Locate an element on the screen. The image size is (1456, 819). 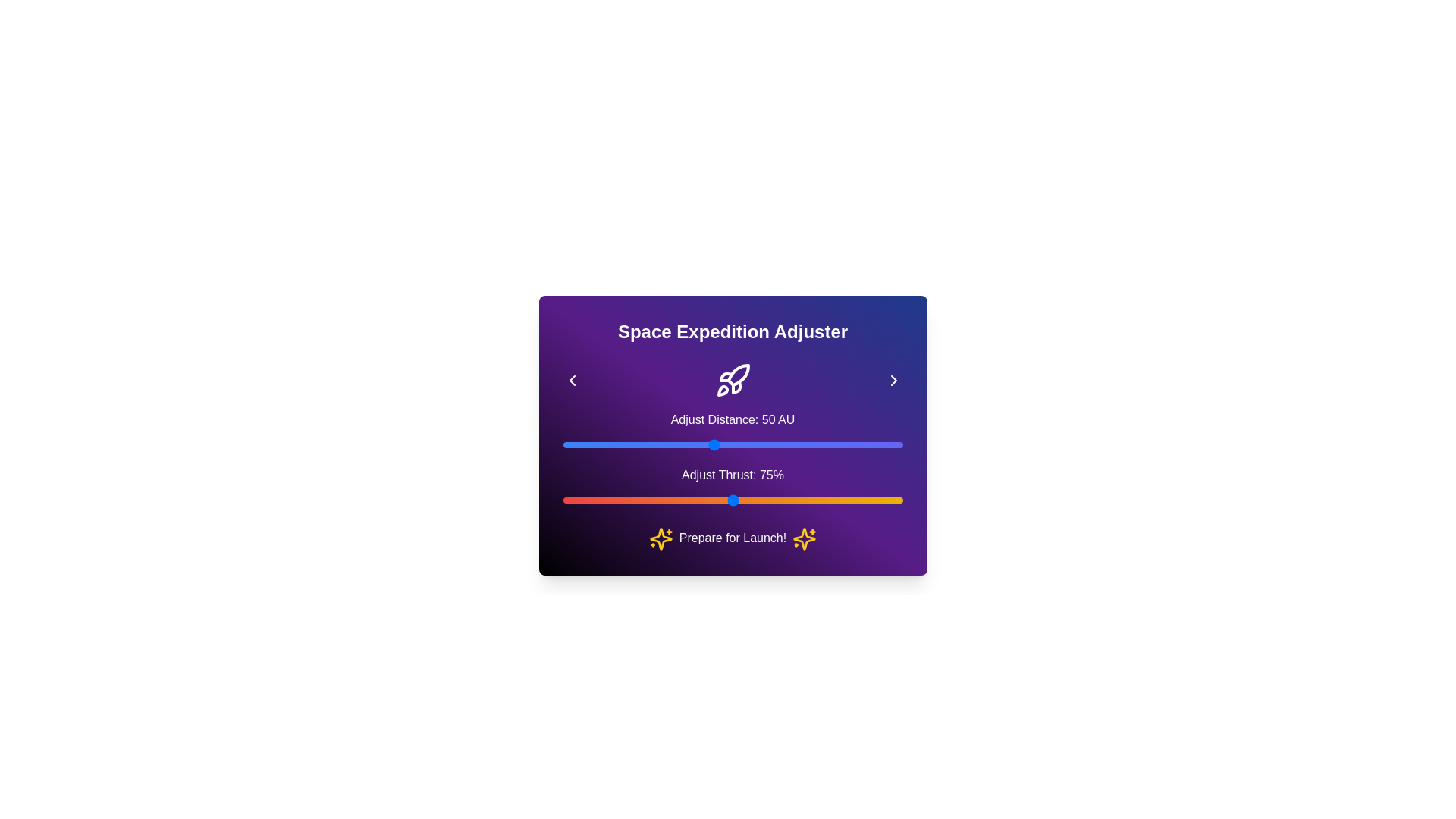
the thrust to 71% by interacting with the slider is located at coordinates (704, 500).